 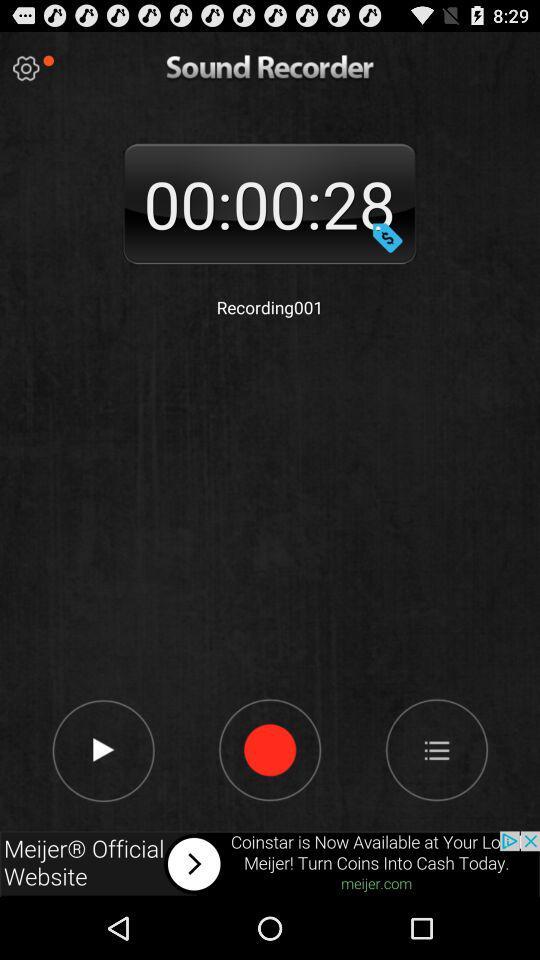 I want to click on play page, so click(x=103, y=748).